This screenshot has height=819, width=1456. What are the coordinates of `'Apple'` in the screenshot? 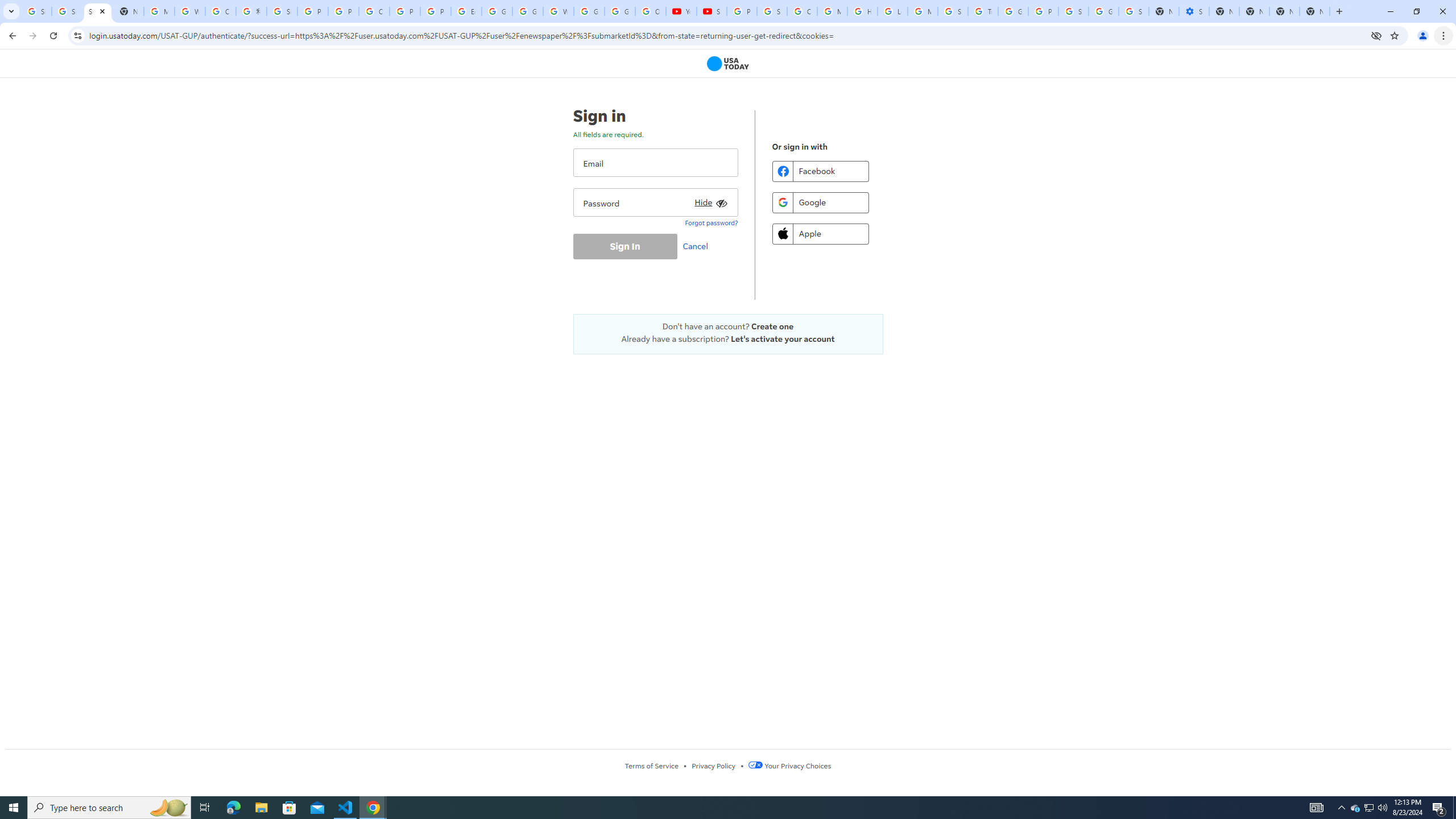 It's located at (820, 233).